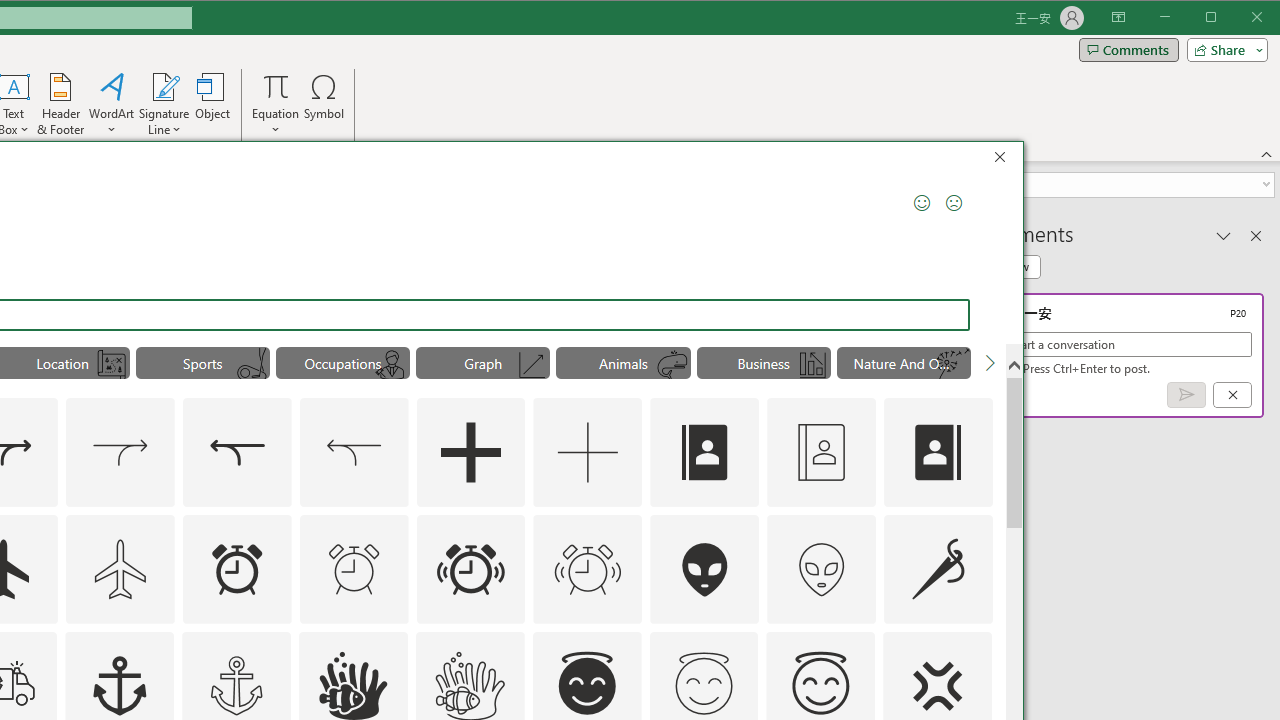  I want to click on 'AutomationID: Icons_Dandelion_M', so click(951, 365).